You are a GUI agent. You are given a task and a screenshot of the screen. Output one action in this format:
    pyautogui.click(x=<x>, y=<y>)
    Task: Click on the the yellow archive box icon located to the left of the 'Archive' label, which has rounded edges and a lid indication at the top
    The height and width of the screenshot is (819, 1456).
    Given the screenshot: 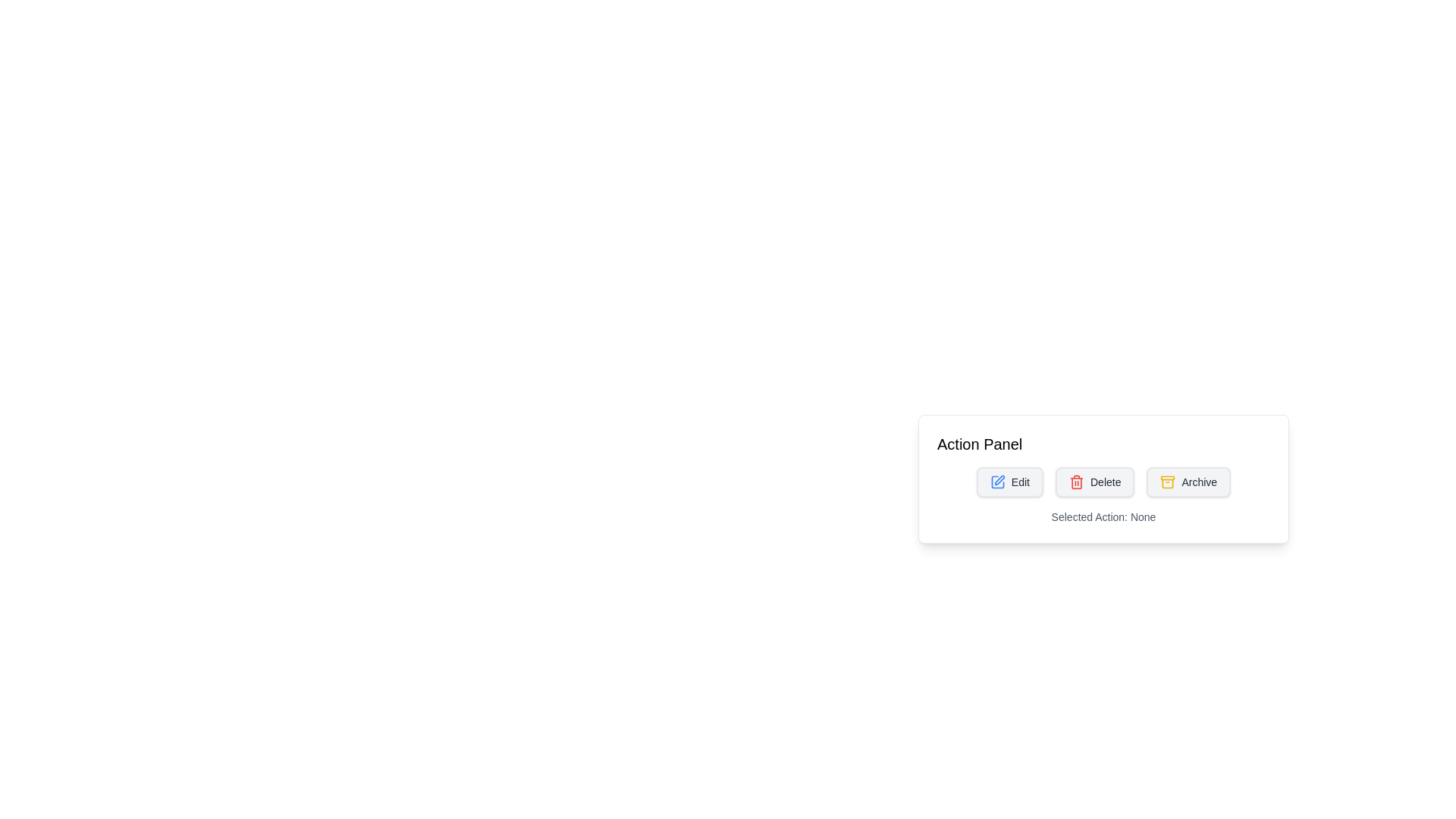 What is the action you would take?
    pyautogui.click(x=1167, y=482)
    